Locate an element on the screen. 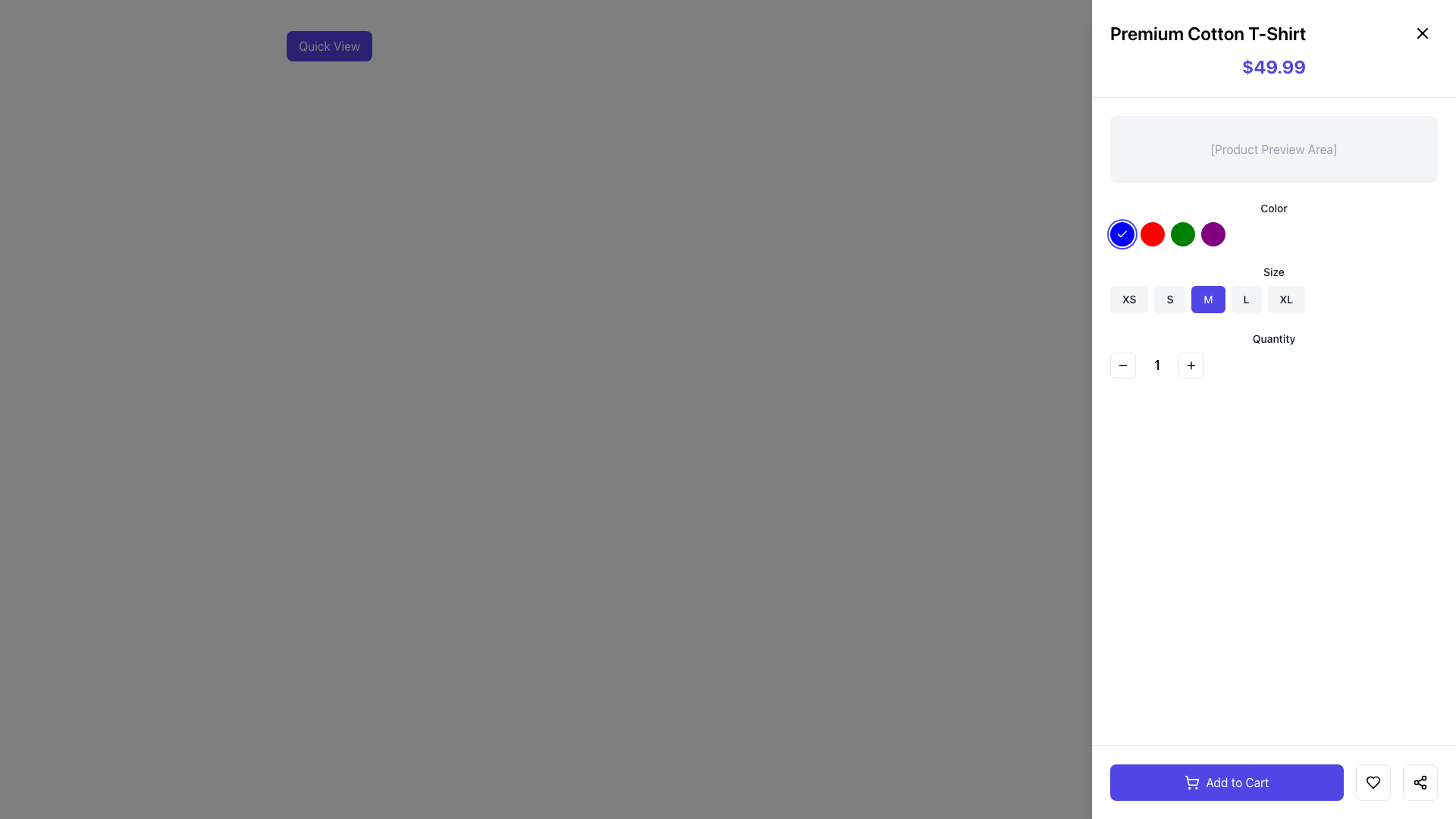 Image resolution: width=1456 pixels, height=819 pixels. the circular button with an 'X' icon at its center, located at the top-right corner of the panel next to 'Premium Cotton T-Shirt' is located at coordinates (1422, 33).